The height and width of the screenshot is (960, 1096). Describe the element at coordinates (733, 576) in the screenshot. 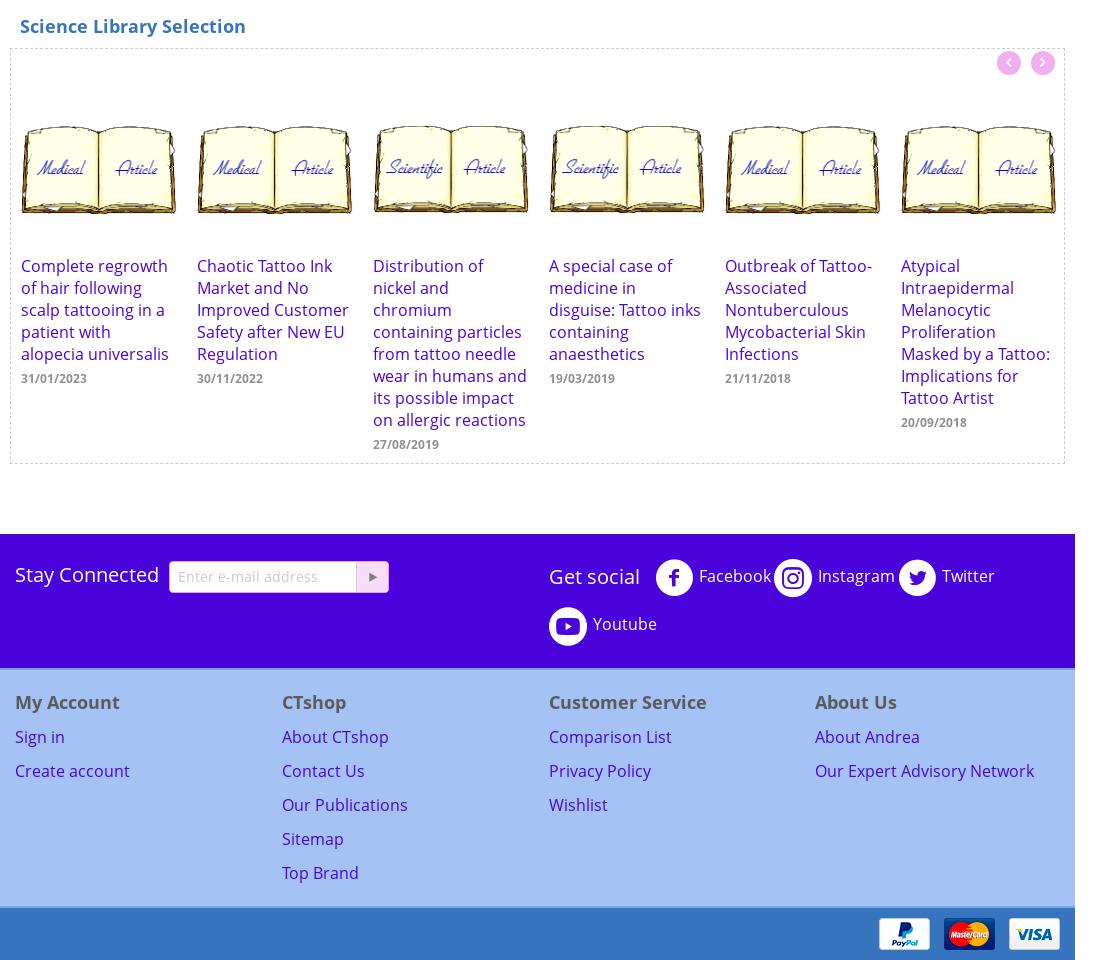

I see `'Facebook'` at that location.